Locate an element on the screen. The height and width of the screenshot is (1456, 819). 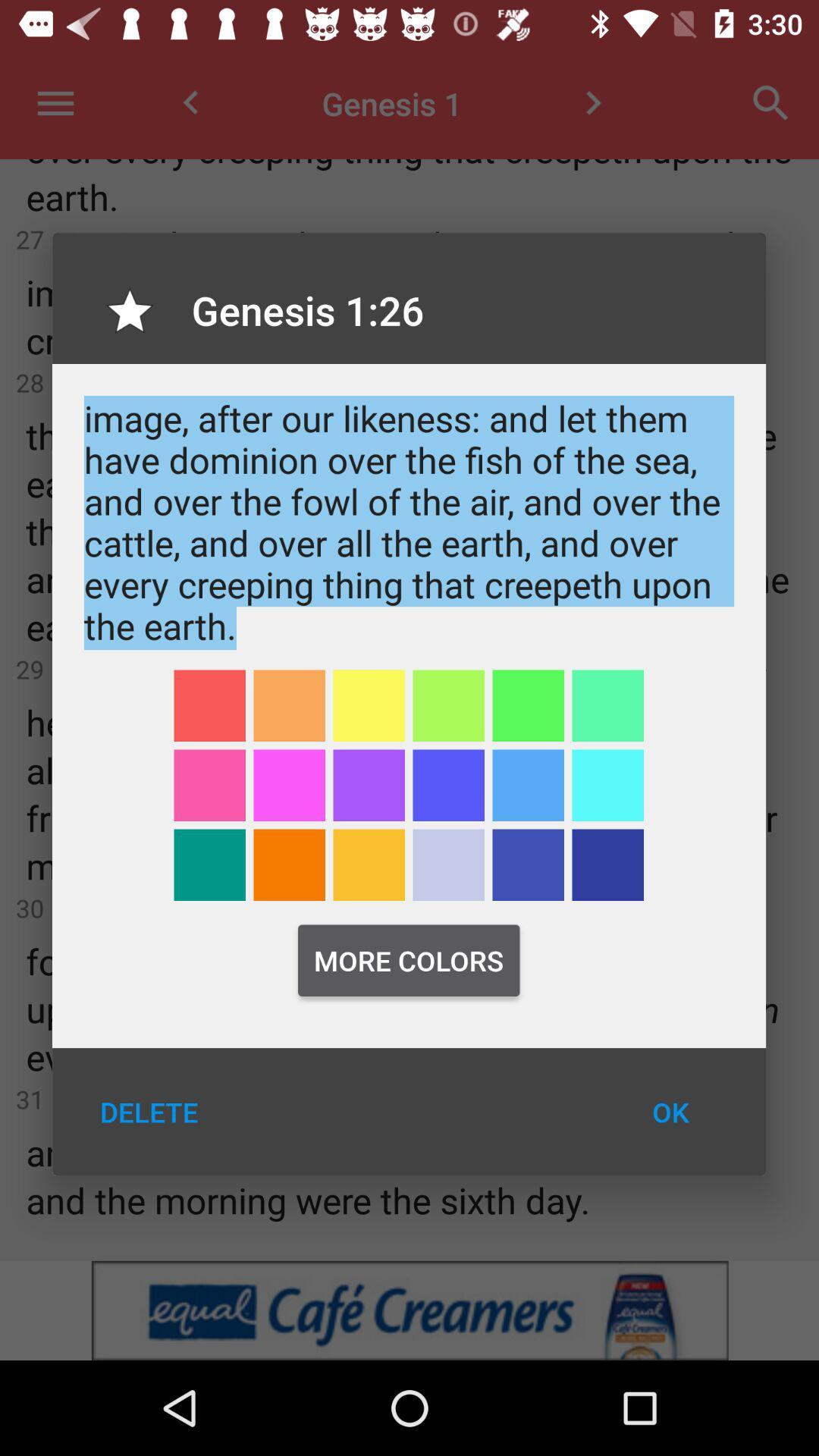
the delete icon is located at coordinates (149, 1112).